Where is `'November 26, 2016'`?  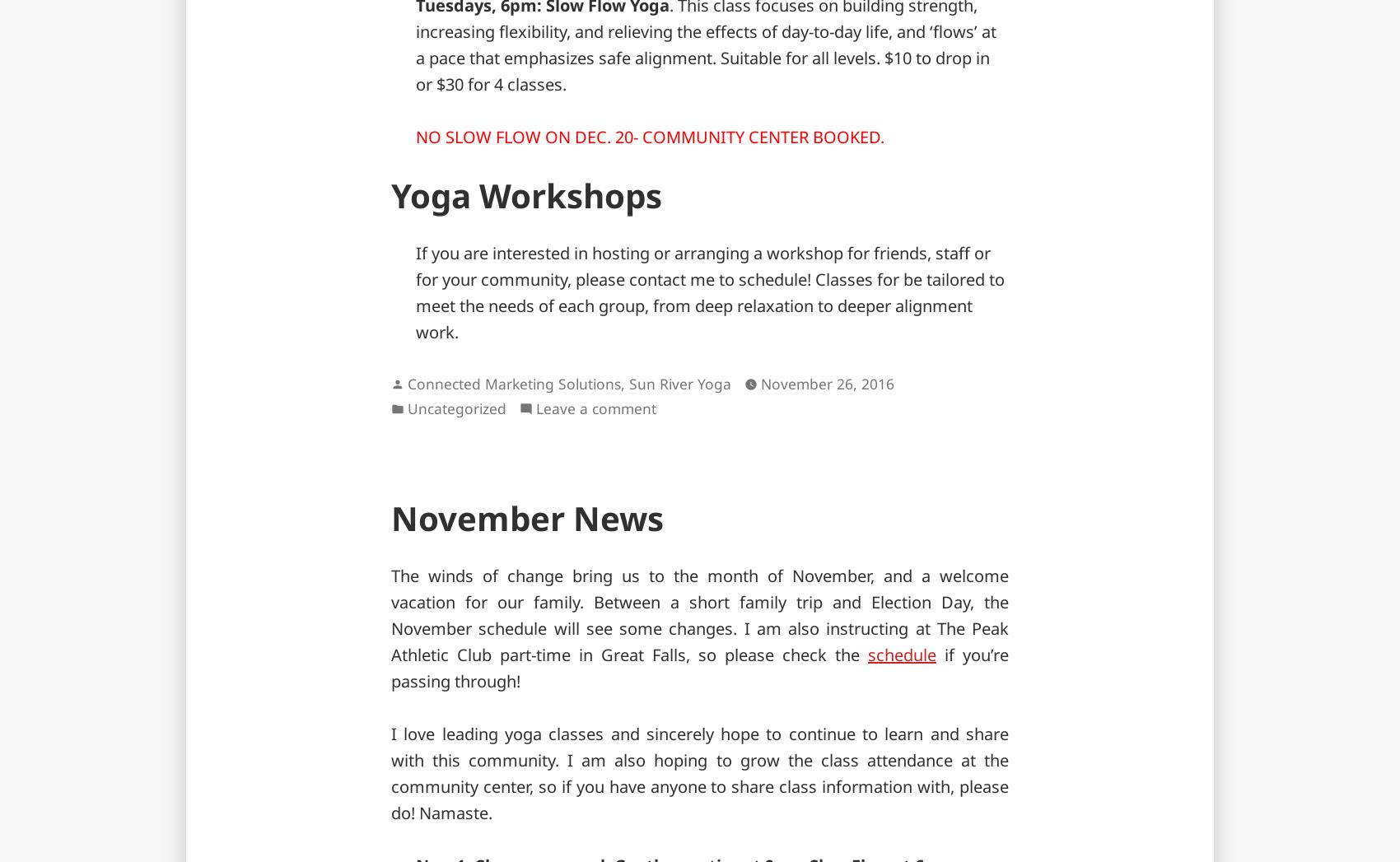 'November 26, 2016' is located at coordinates (827, 384).